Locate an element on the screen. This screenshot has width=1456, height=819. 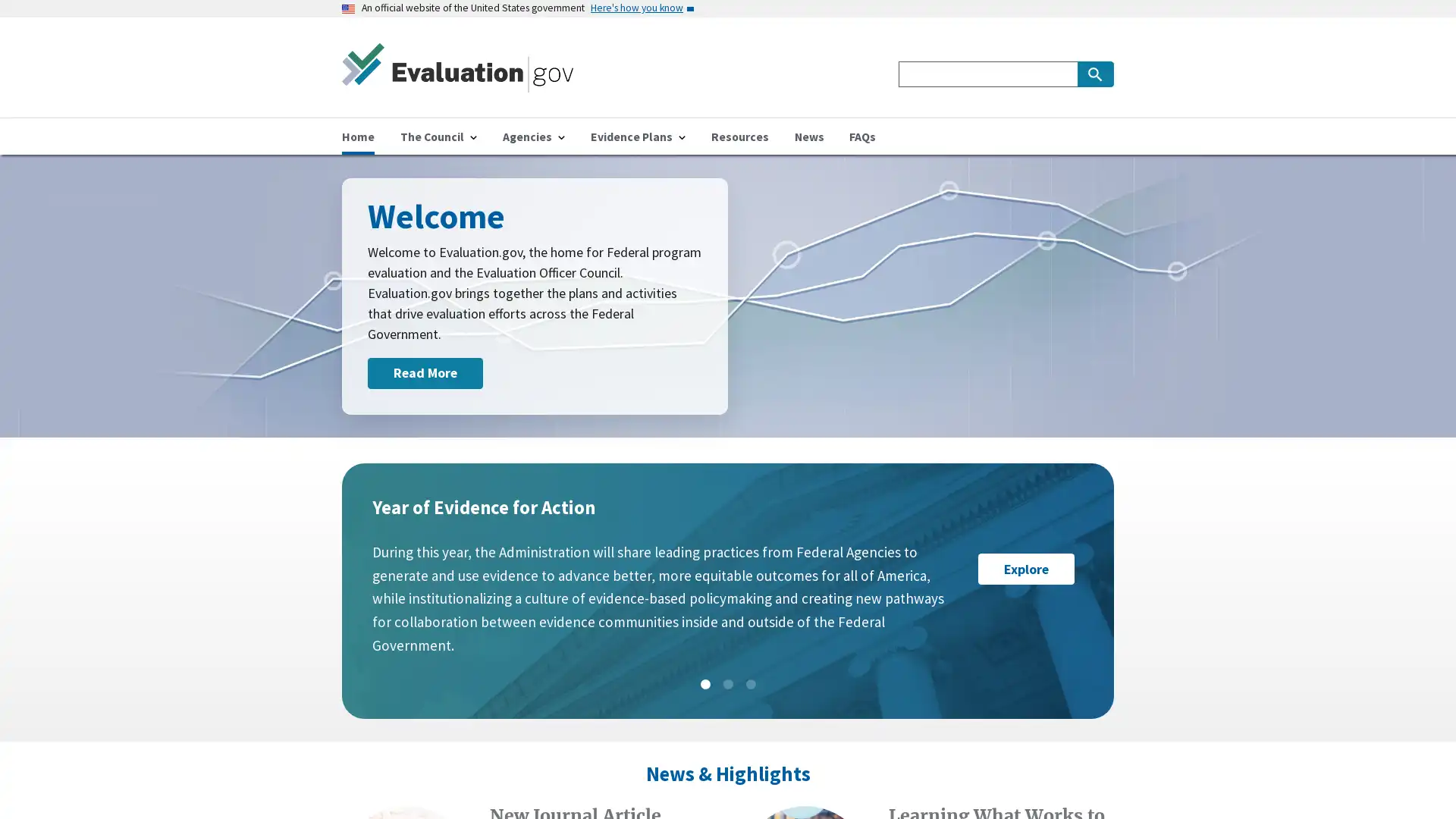
Slide: 2 is located at coordinates (728, 684).